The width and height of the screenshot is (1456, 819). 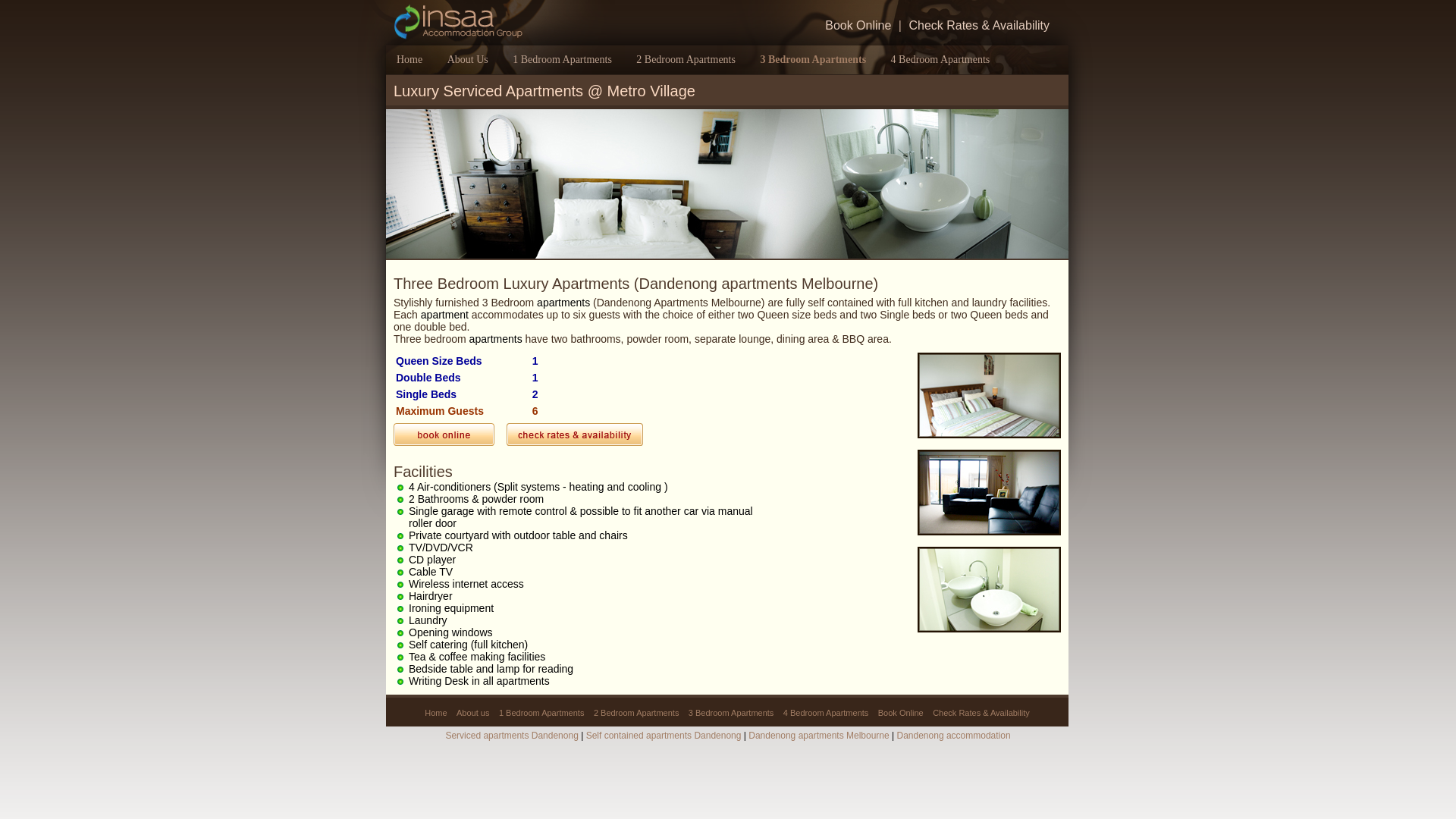 I want to click on 'Dandenong accommodation', so click(x=952, y=734).